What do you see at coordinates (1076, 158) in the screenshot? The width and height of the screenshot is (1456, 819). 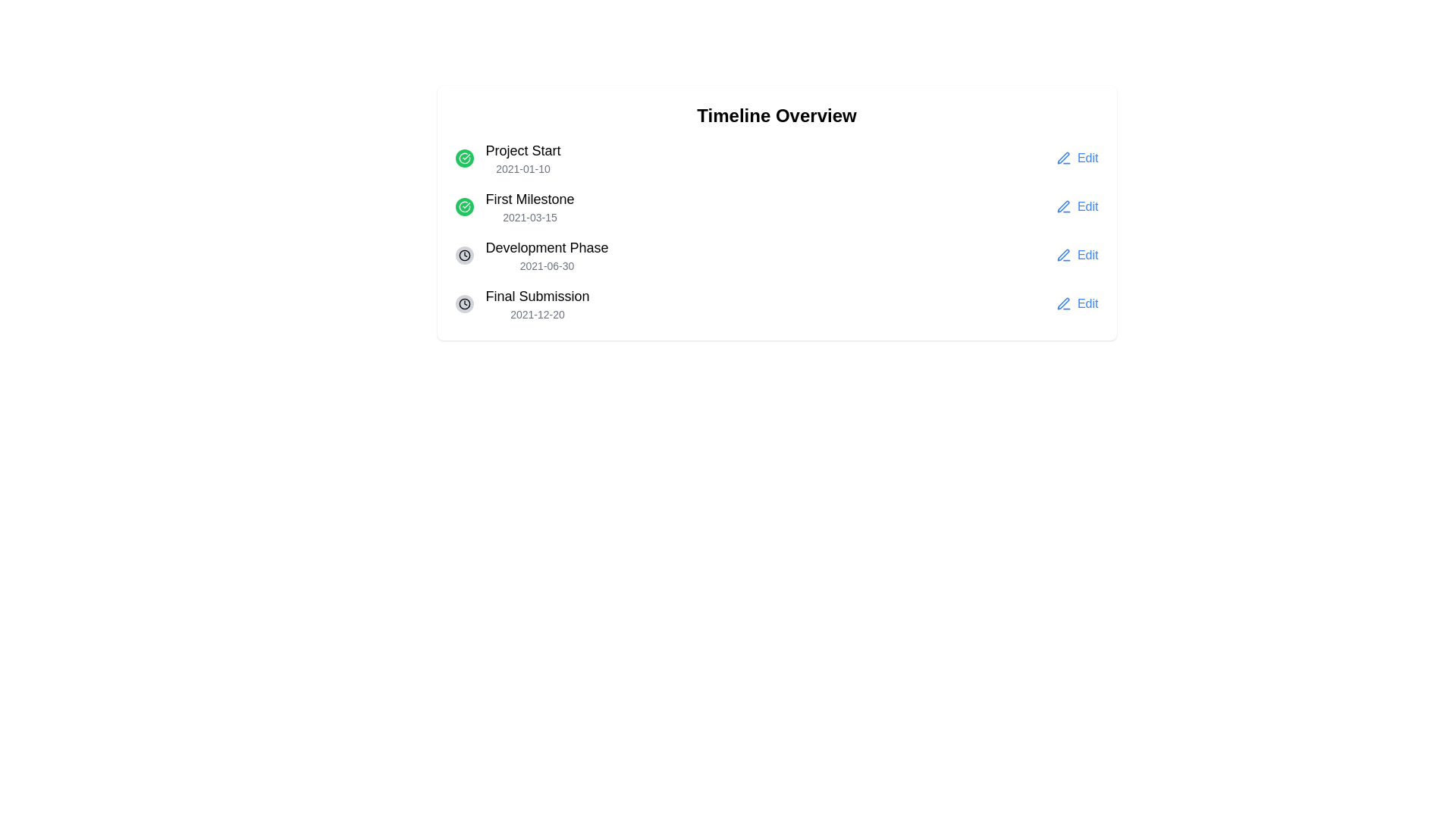 I see `the 'Edit' button, which is a blue clickable text label with a pen icon to the left, located next to the 'Project Start' entry in the timeline view` at bounding box center [1076, 158].